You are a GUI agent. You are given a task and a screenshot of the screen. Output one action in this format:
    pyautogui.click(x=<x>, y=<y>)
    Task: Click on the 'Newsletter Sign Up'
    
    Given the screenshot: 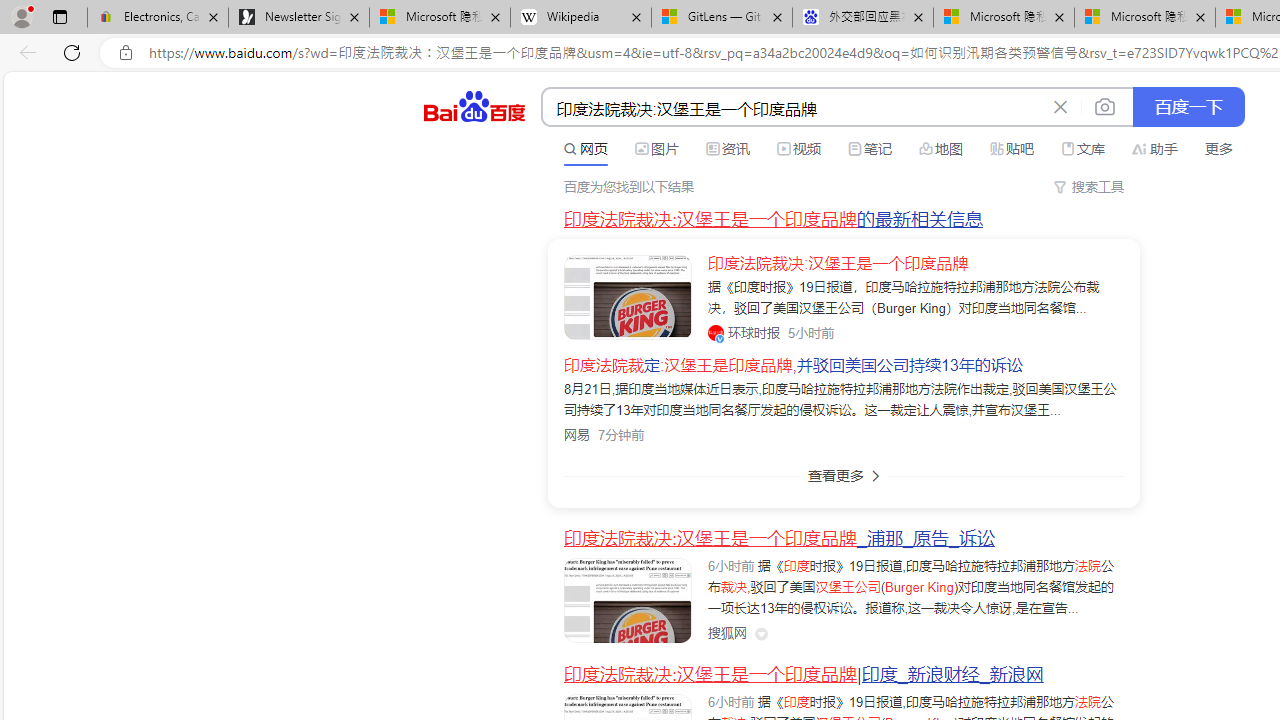 What is the action you would take?
    pyautogui.click(x=297, y=17)
    